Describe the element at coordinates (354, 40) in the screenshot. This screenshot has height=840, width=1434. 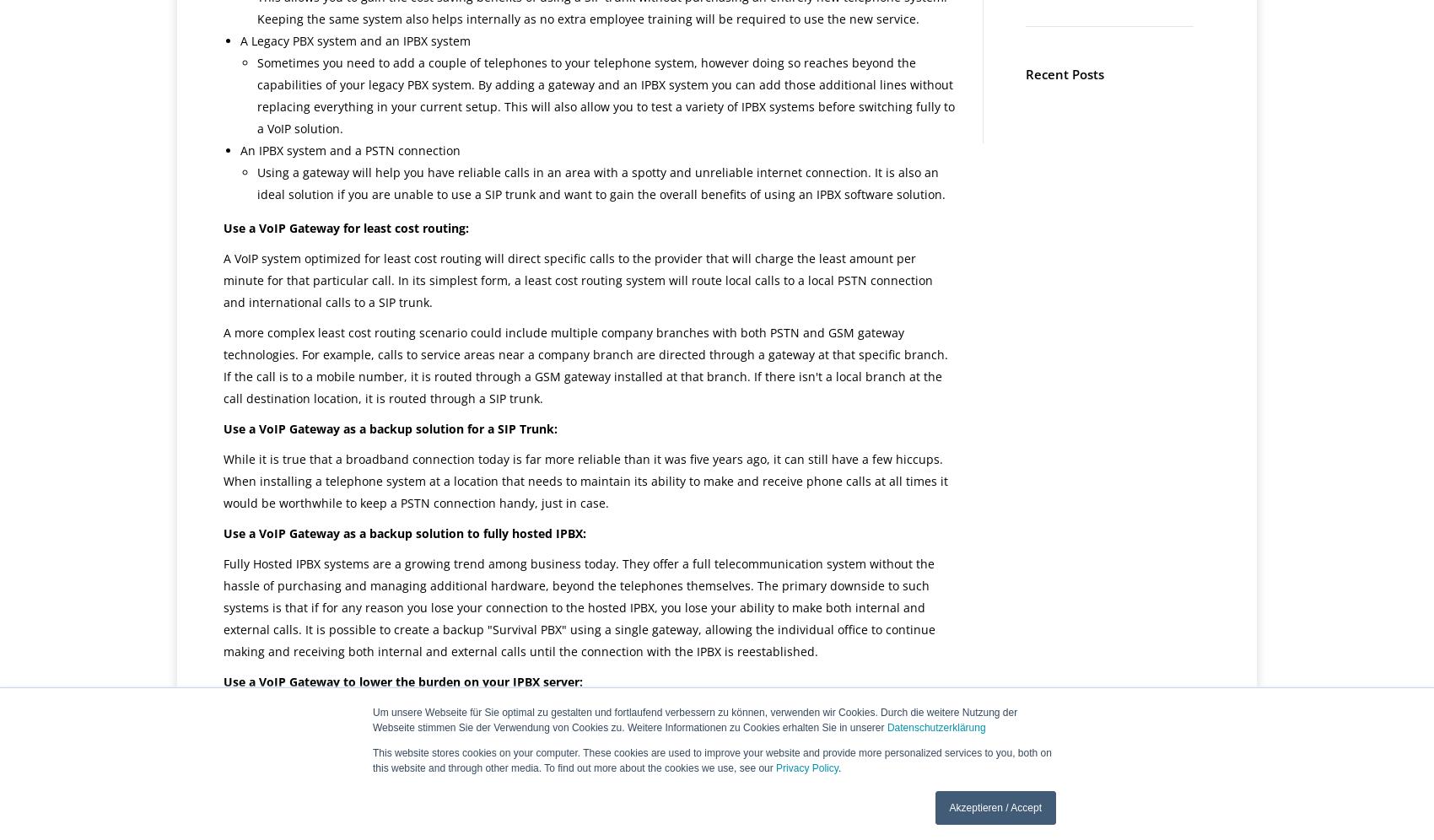
I see `'A Legacy PBX system and an IPBX system'` at that location.